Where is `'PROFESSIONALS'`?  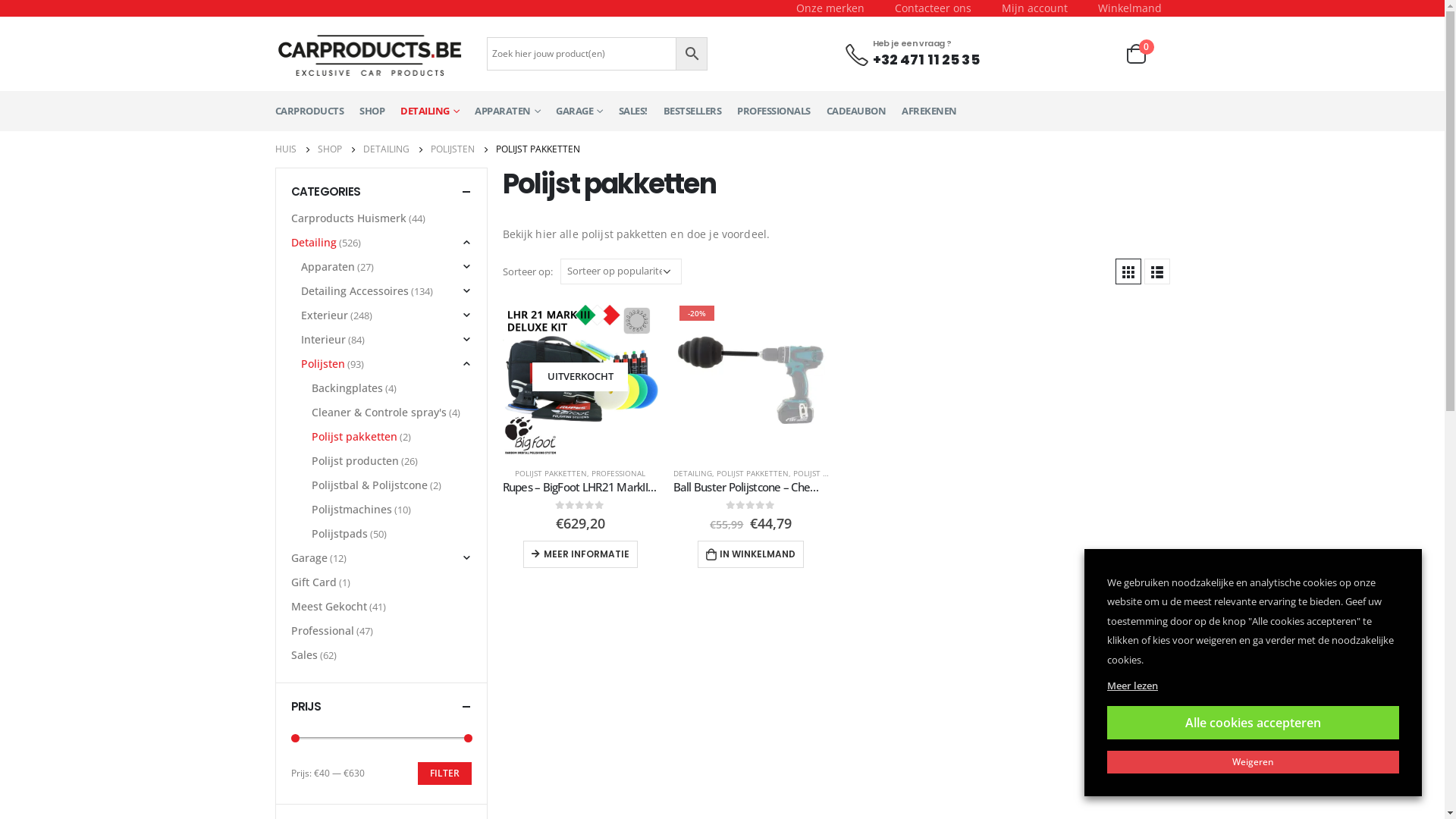
'PROFESSIONALS' is located at coordinates (773, 110).